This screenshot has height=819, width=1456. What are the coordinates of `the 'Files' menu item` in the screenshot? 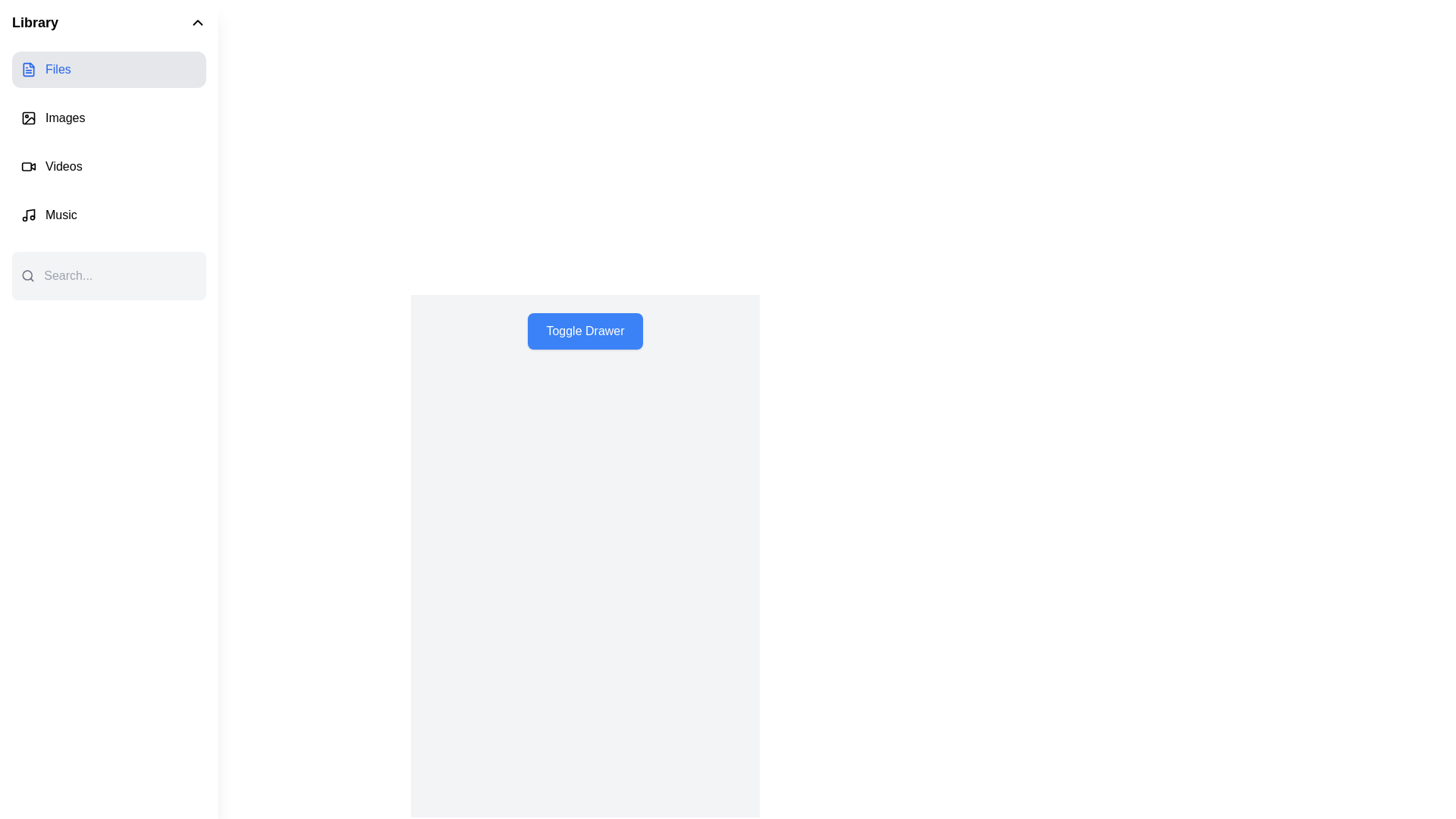 It's located at (108, 70).